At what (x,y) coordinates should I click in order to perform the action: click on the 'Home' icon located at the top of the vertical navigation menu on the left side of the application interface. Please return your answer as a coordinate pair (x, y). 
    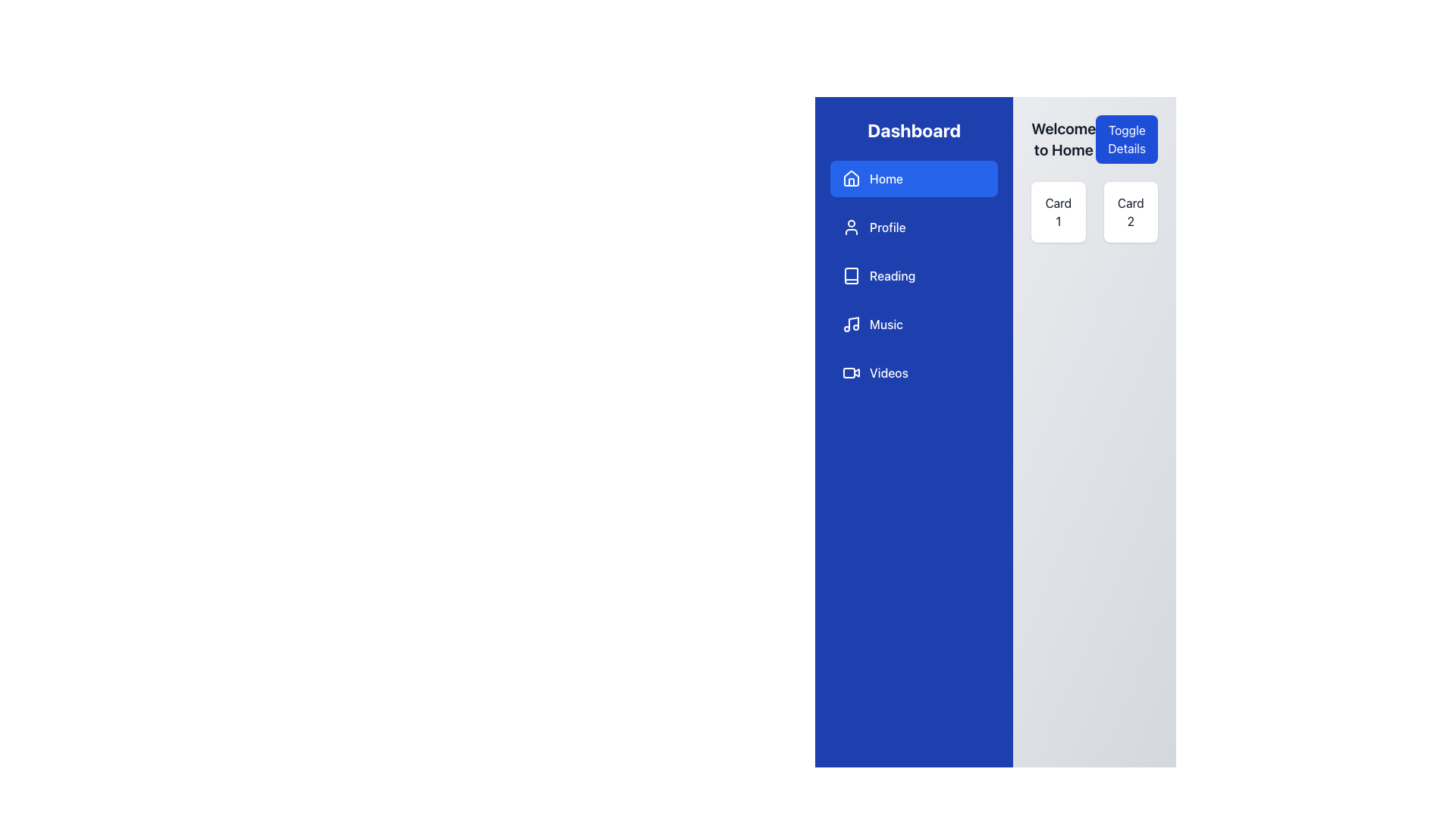
    Looking at the image, I should click on (852, 177).